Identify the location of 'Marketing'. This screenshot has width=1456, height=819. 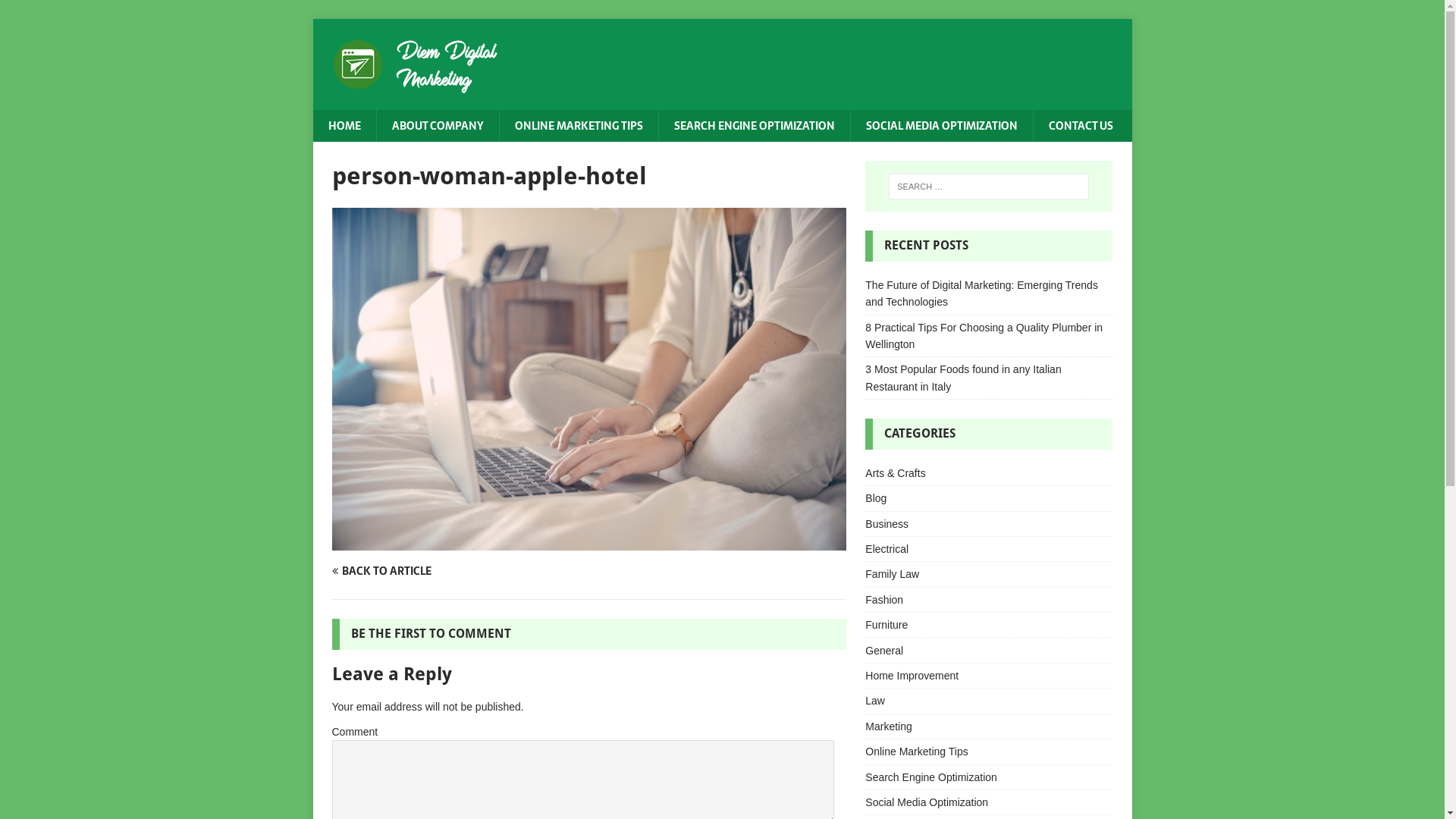
(989, 725).